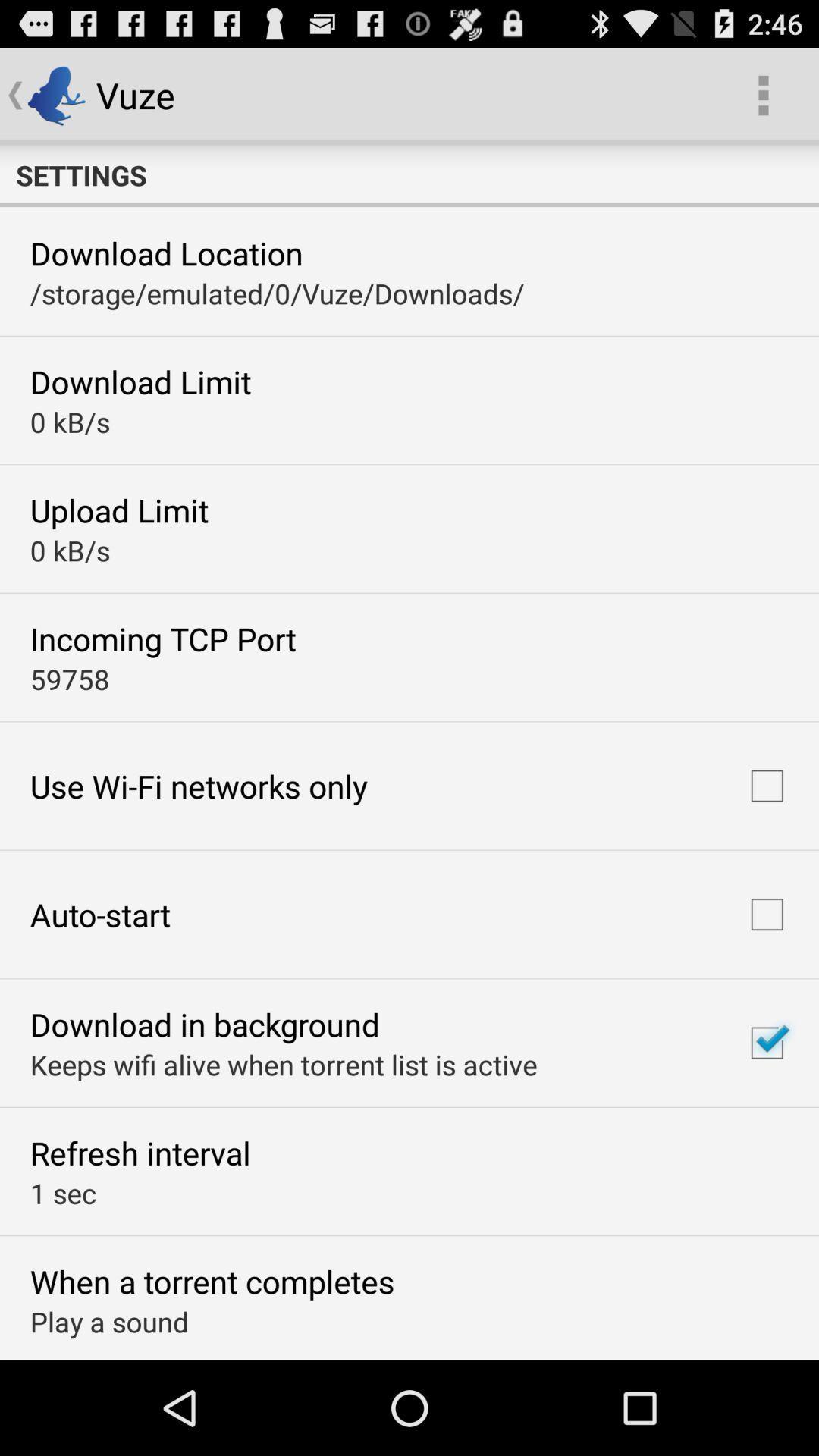  What do you see at coordinates (166, 253) in the screenshot?
I see `the app below the settings` at bounding box center [166, 253].